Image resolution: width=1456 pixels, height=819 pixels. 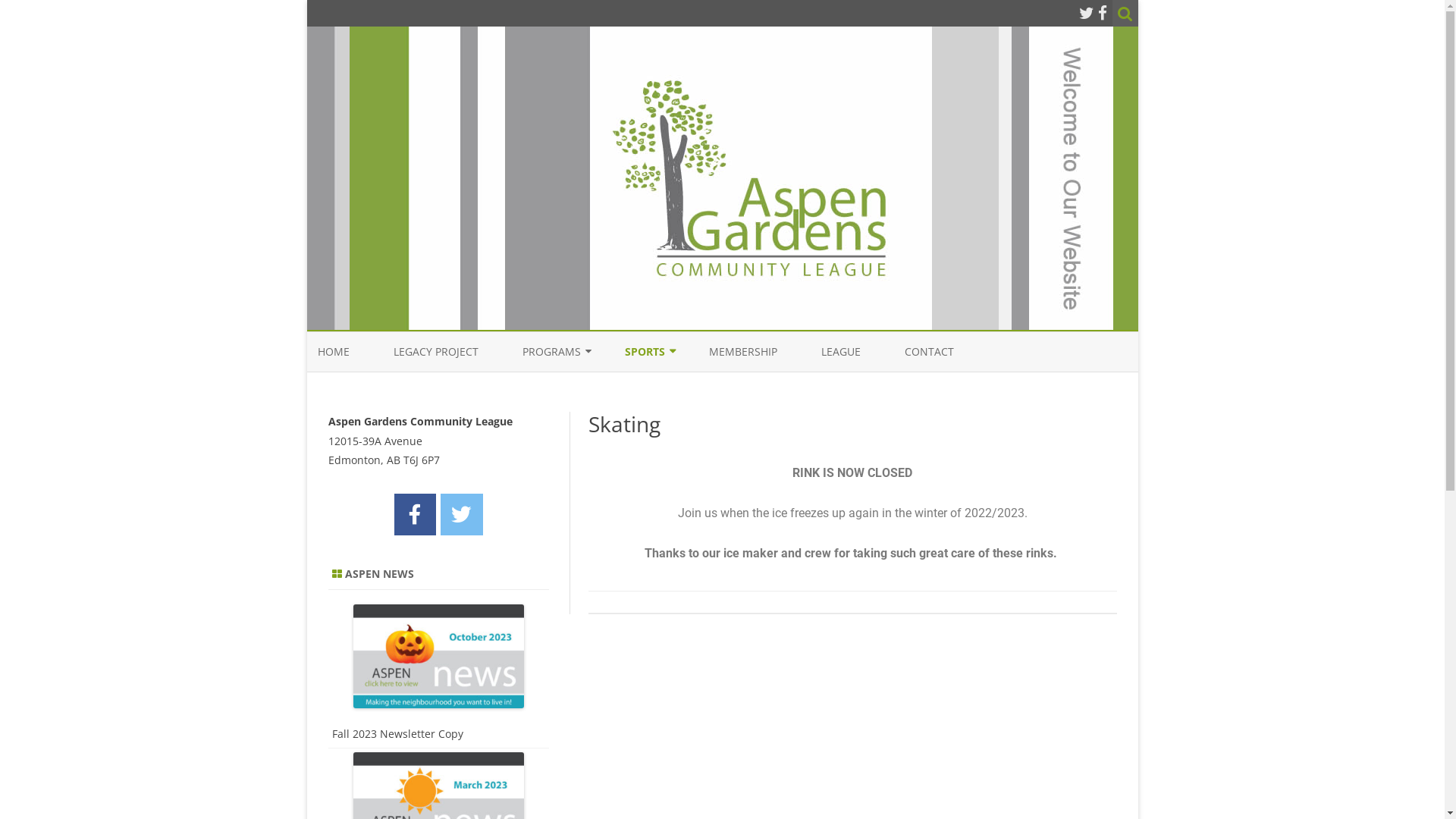 What do you see at coordinates (839, 351) in the screenshot?
I see `'LEAGUE'` at bounding box center [839, 351].